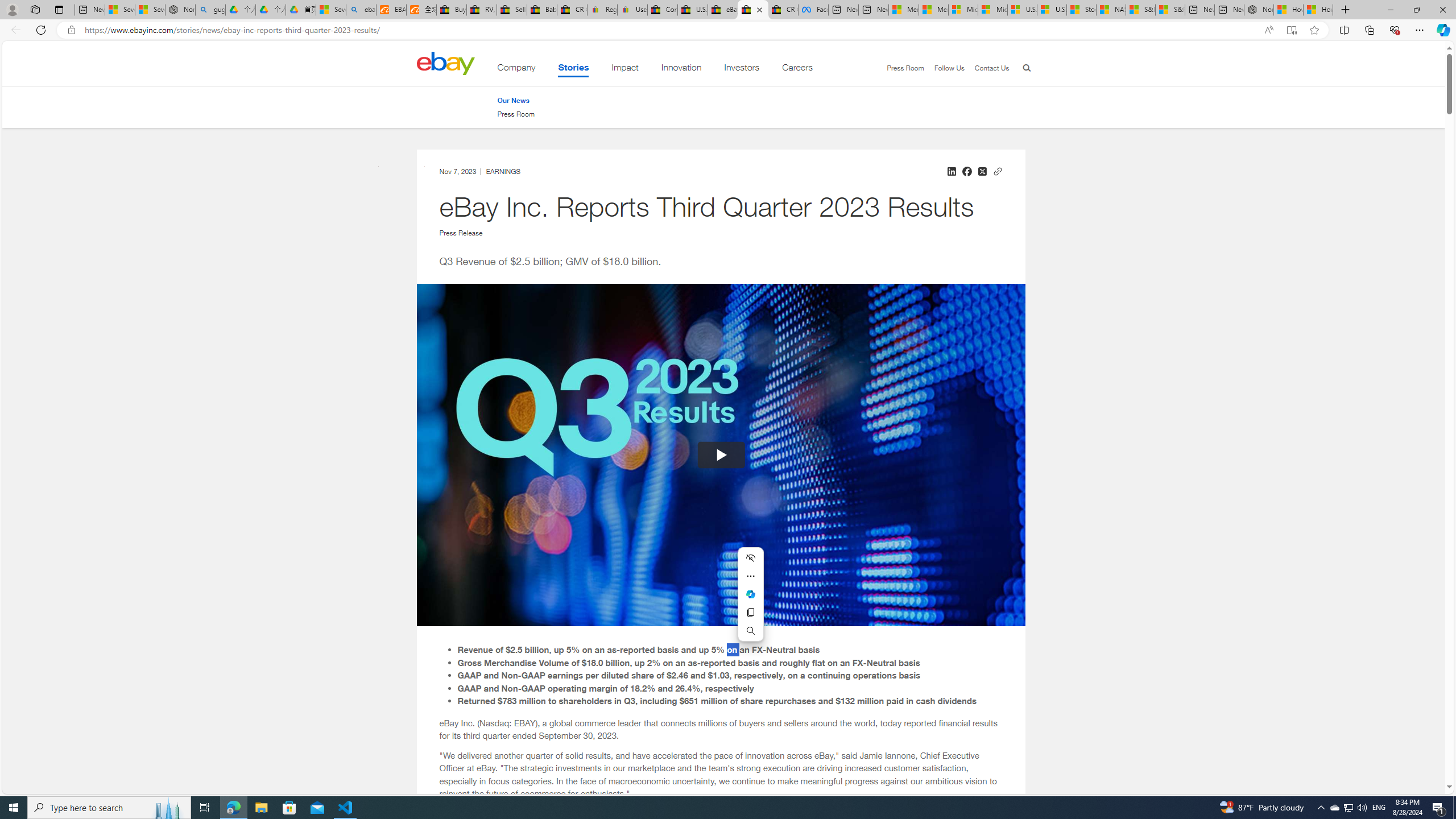 This screenshot has height=819, width=1456. What do you see at coordinates (750, 576) in the screenshot?
I see `'More actions'` at bounding box center [750, 576].